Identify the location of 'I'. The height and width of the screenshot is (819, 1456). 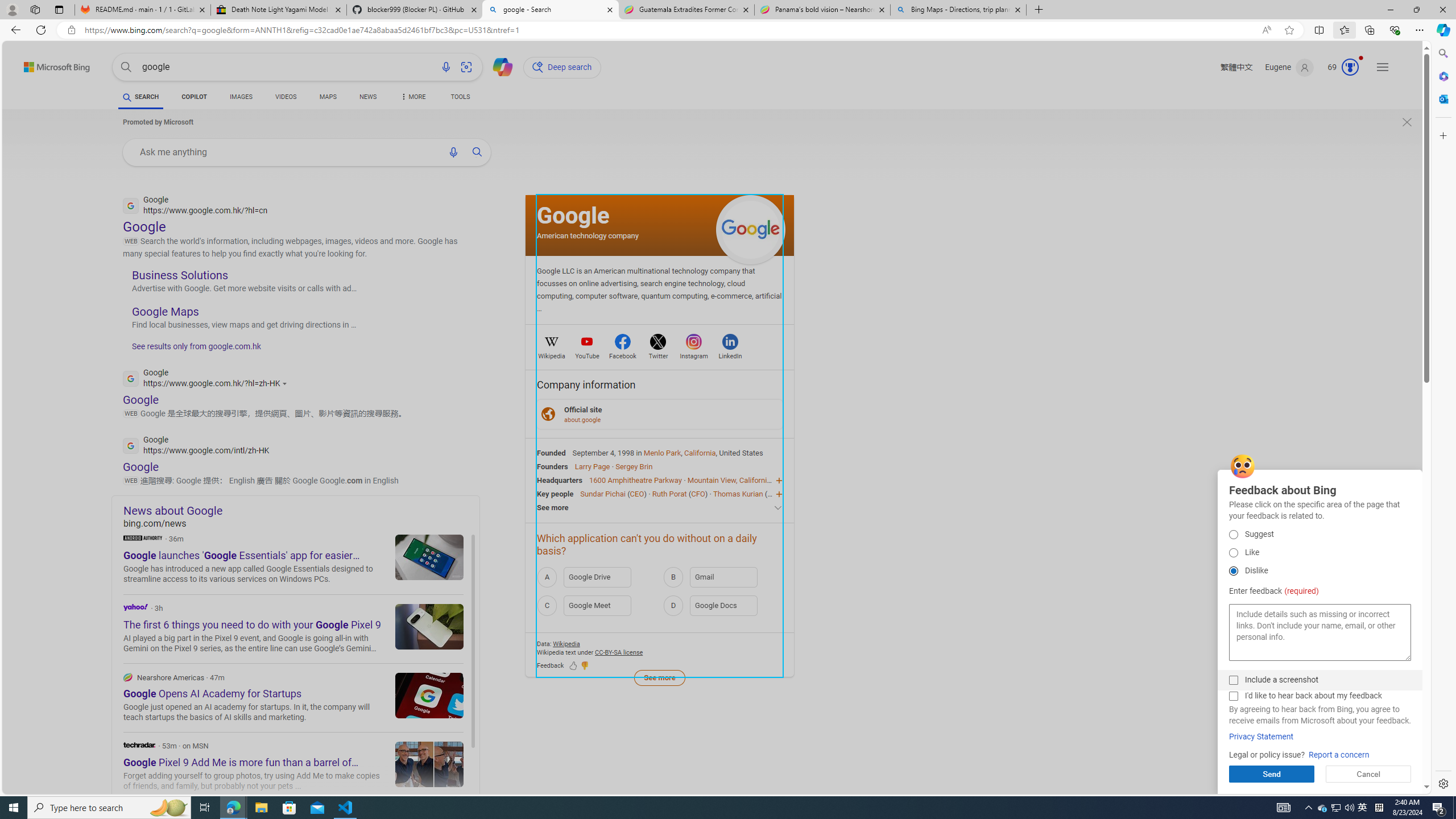
(1233, 696).